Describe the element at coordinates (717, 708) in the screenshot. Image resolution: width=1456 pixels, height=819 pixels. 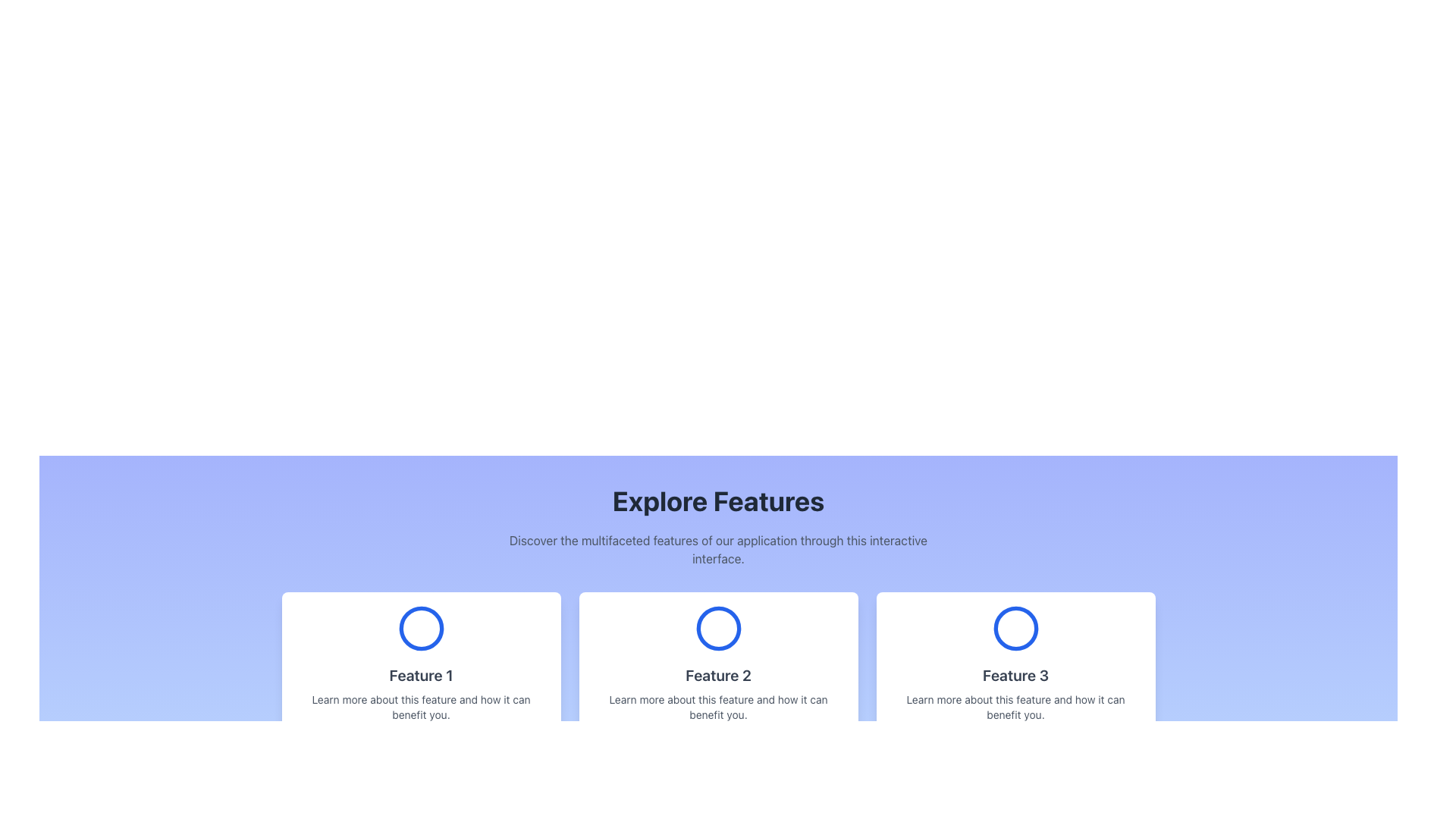
I see `the second text paragraph in the 'Feature 2' card, which is located directly below the title 'Feature 2' and above the 'View Details' link` at that location.